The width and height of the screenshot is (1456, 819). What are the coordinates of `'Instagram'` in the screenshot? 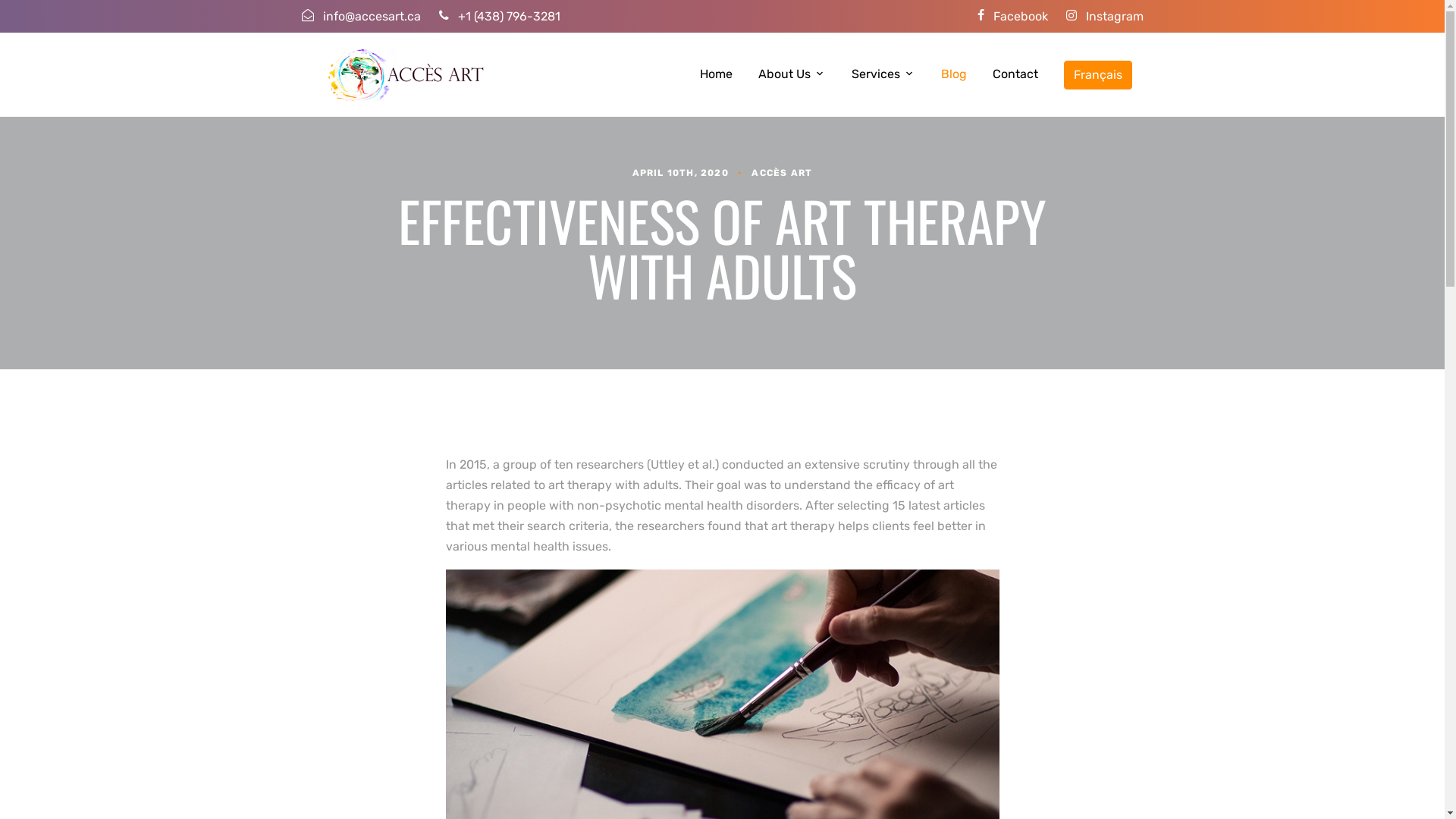 It's located at (1105, 16).